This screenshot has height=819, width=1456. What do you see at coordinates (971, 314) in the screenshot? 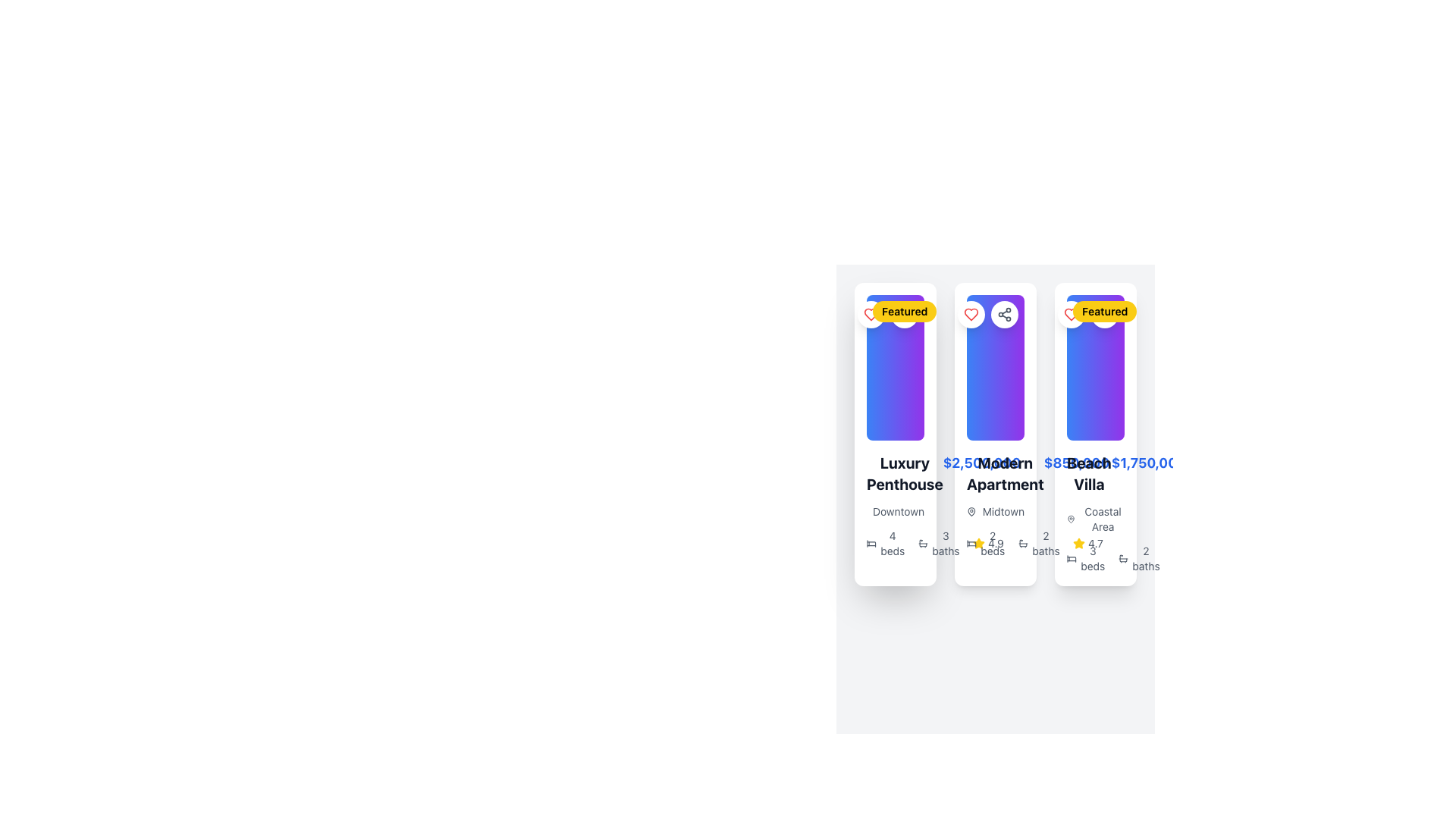
I see `the small red heart icon located centrally within the circular button in the upper-right section of the card labeled 'Beach Villa'` at bounding box center [971, 314].